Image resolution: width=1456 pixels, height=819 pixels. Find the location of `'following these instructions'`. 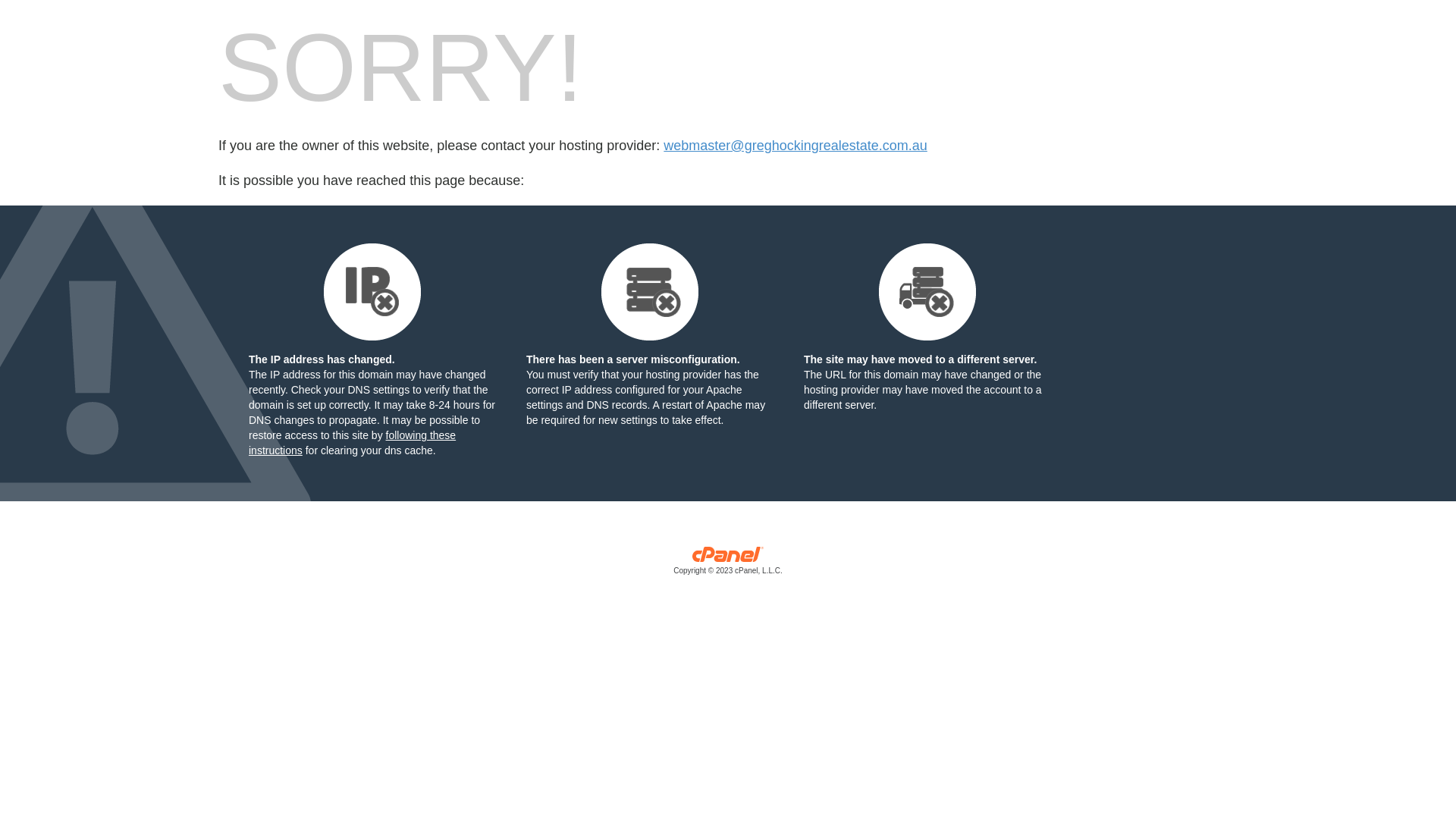

'following these instructions' is located at coordinates (351, 442).